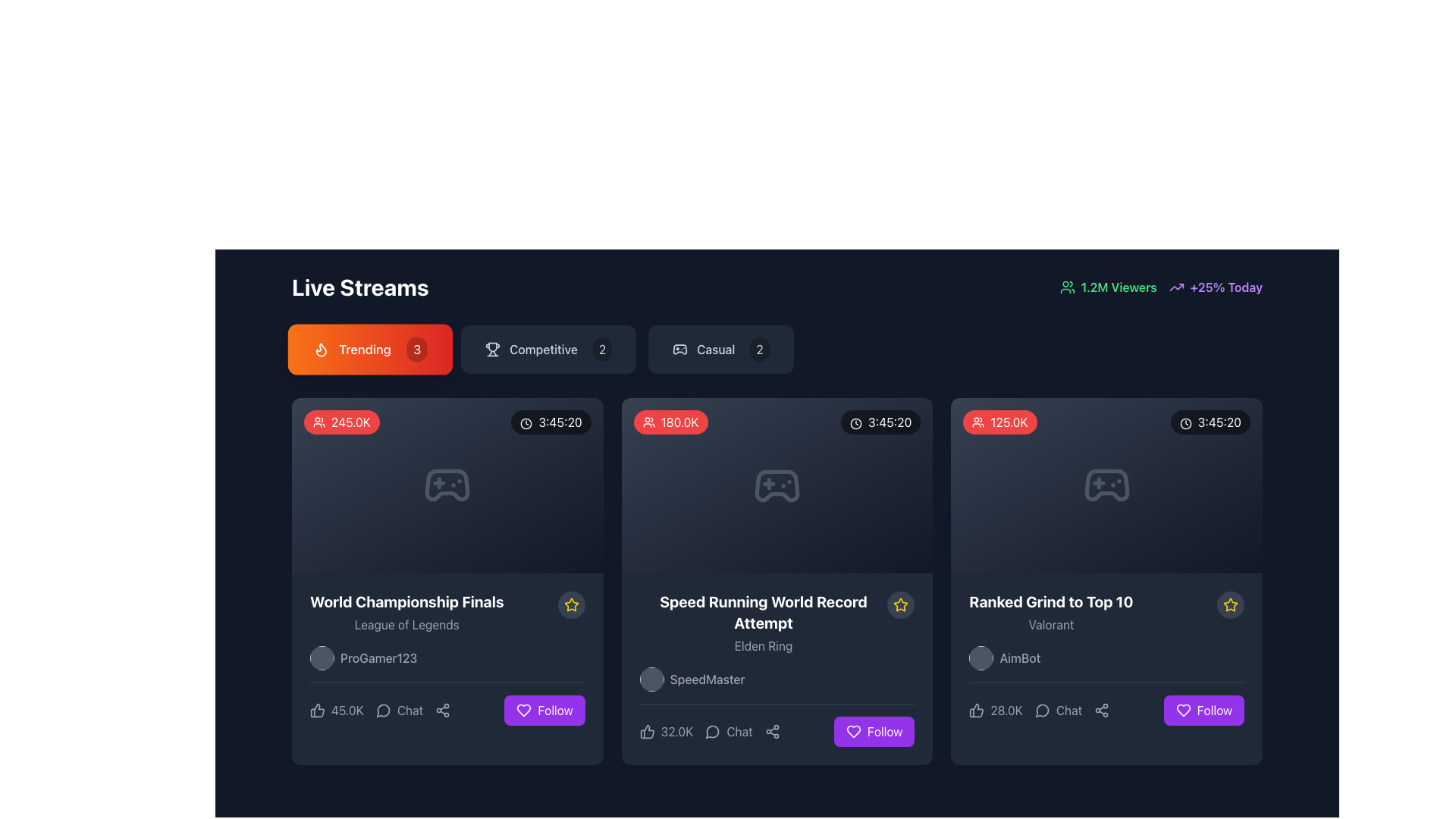 This screenshot has width=1456, height=819. What do you see at coordinates (1106, 485) in the screenshot?
I see `the gaming content icon located at the center top of the third card in a row of horizontally displayed cards` at bounding box center [1106, 485].